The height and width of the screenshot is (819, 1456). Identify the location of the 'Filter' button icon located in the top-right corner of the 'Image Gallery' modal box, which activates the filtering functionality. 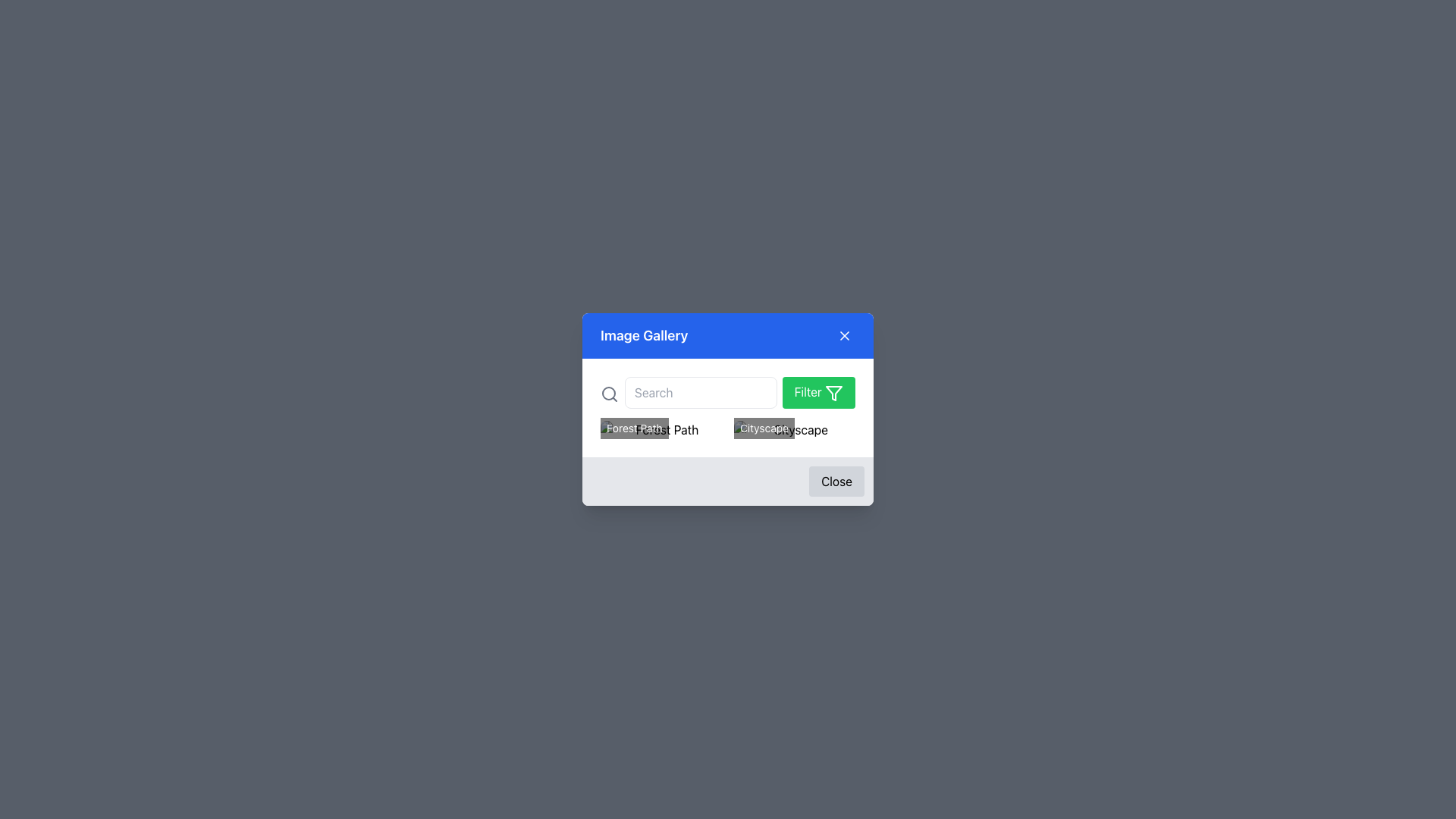
(833, 391).